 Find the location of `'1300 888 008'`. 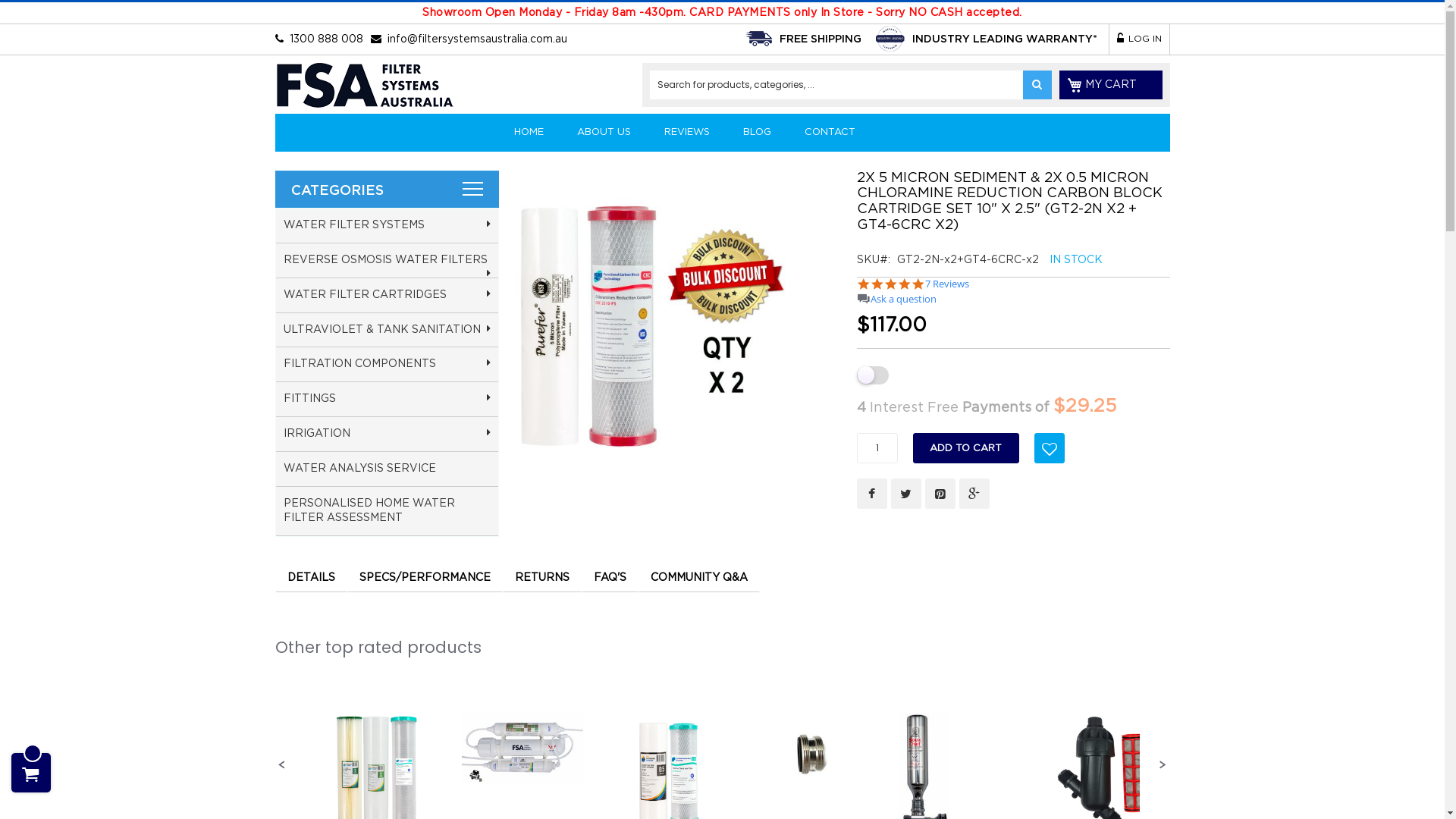

'1300 888 008' is located at coordinates (325, 38).